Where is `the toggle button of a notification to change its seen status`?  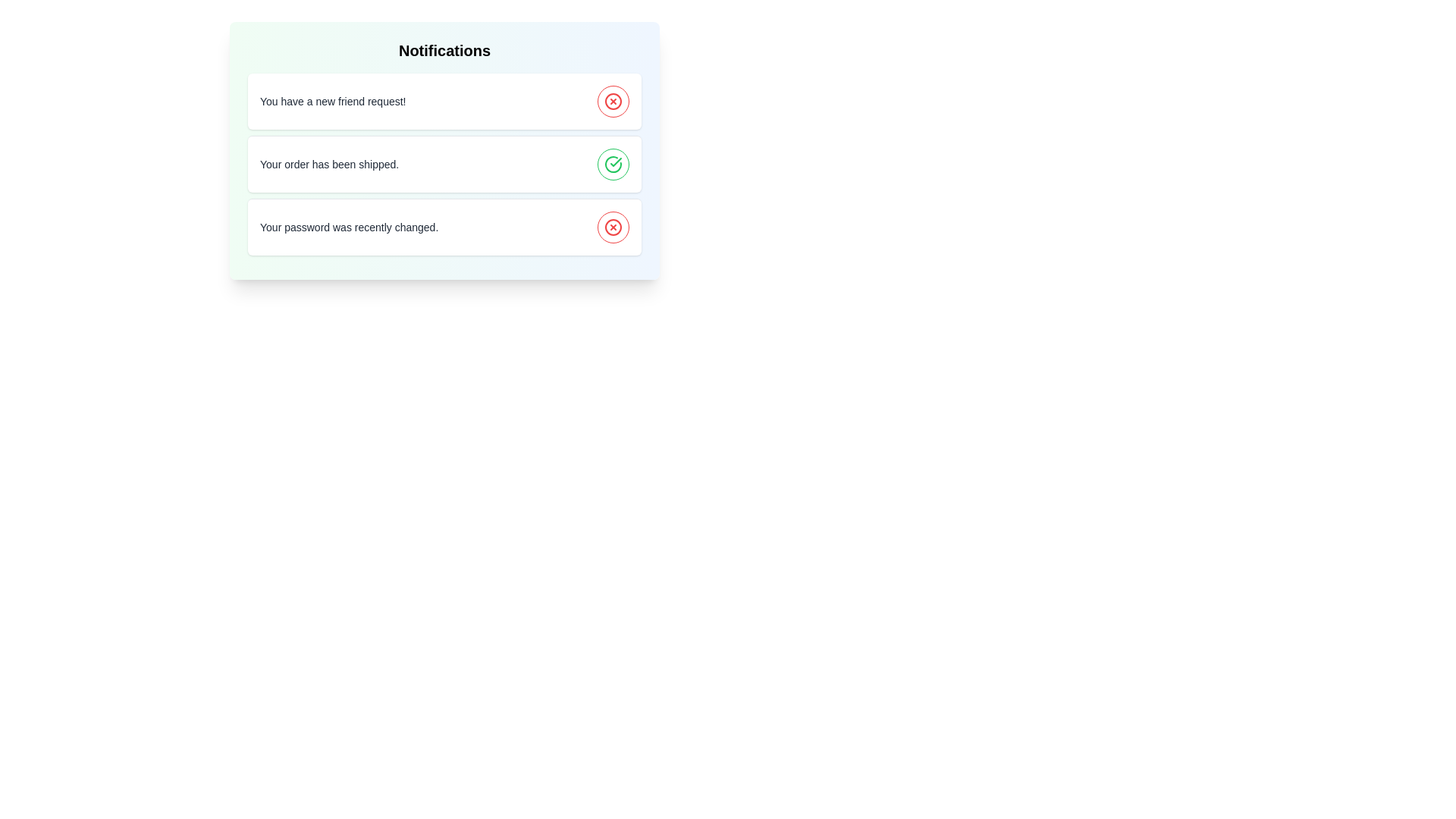
the toggle button of a notification to change its seen status is located at coordinates (613, 102).